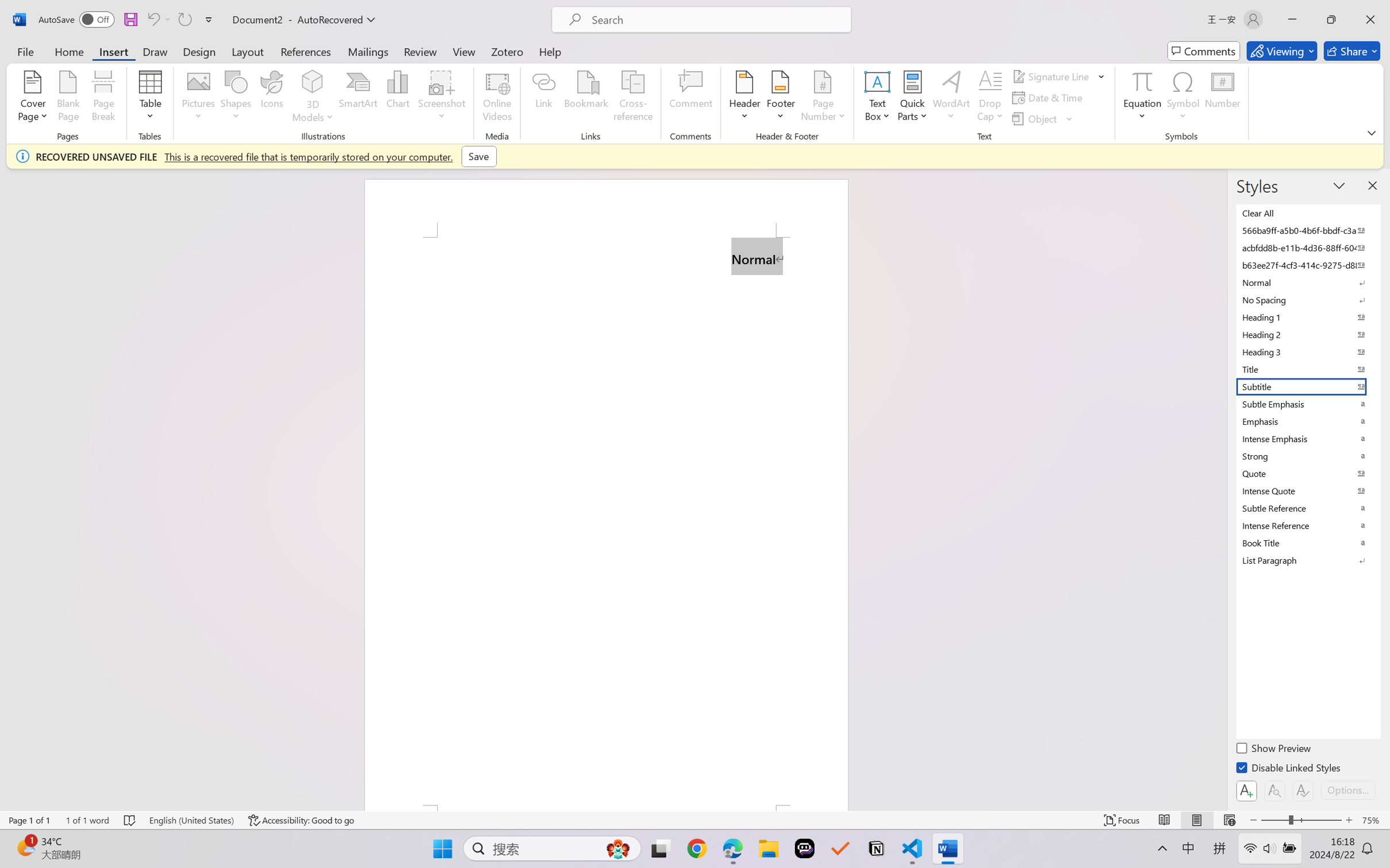 The width and height of the screenshot is (1390, 868). I want to click on 'Signature Line', so click(1052, 75).